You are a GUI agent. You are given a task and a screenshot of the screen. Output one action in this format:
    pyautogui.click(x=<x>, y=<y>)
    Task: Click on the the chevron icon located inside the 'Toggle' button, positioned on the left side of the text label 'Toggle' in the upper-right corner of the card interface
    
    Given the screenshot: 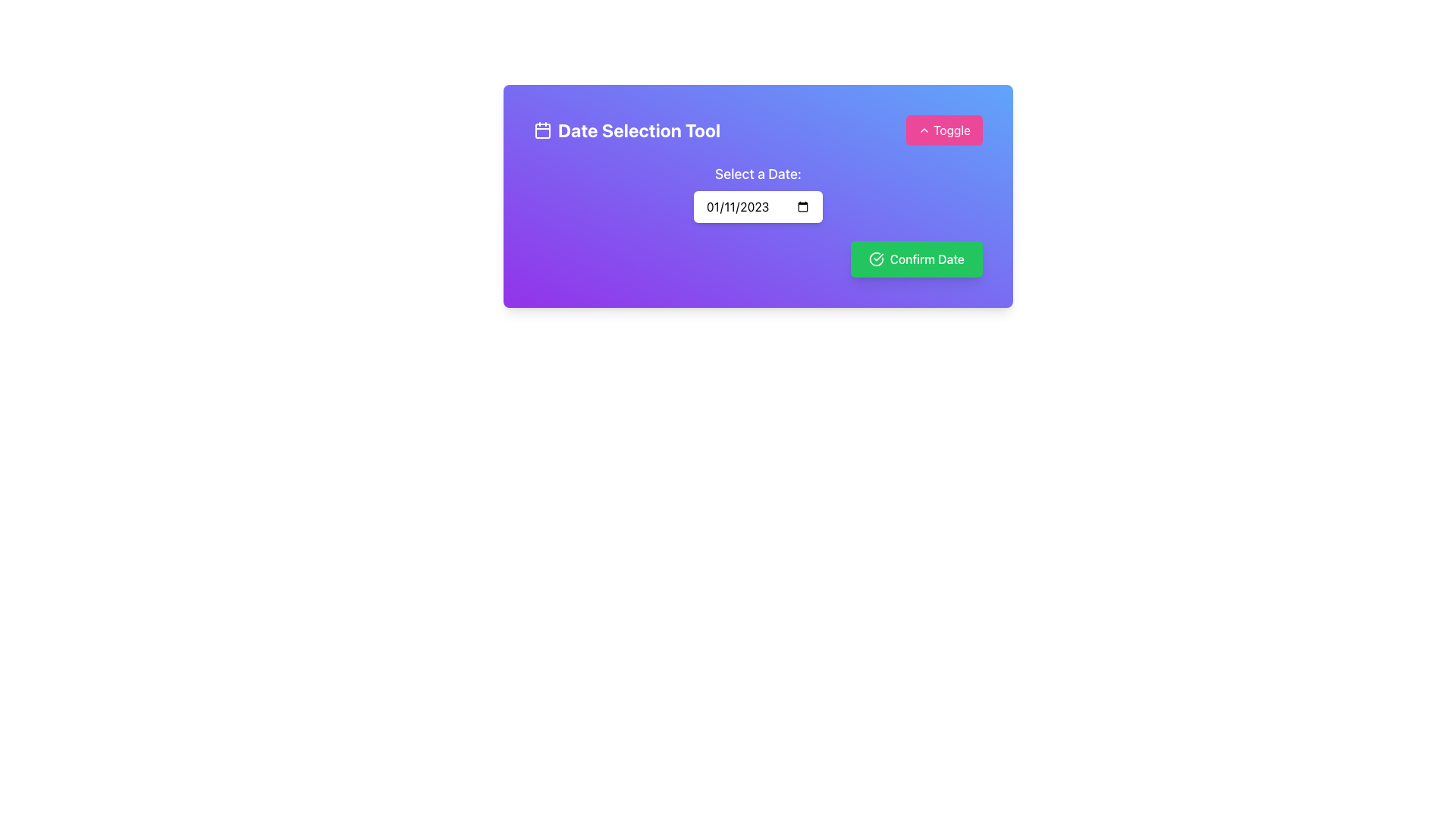 What is the action you would take?
    pyautogui.click(x=924, y=130)
    